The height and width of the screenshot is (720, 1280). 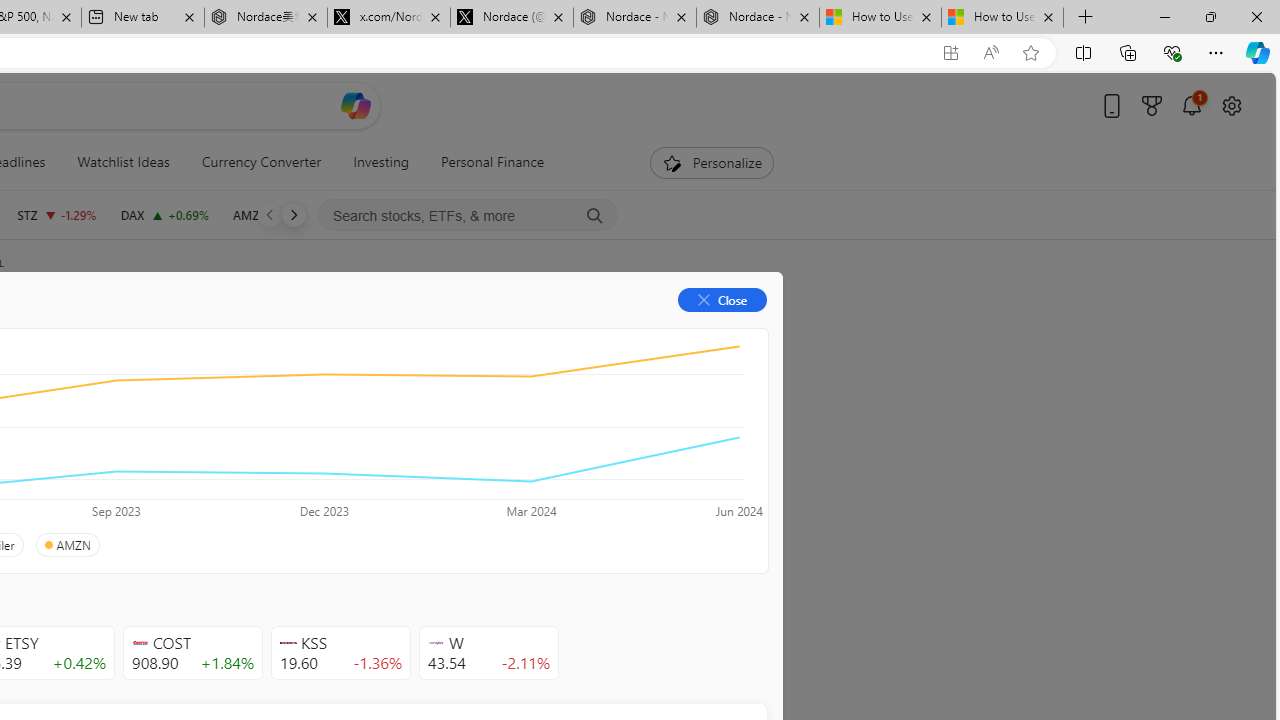 What do you see at coordinates (493, 162) in the screenshot?
I see `'Personal Finance'` at bounding box center [493, 162].